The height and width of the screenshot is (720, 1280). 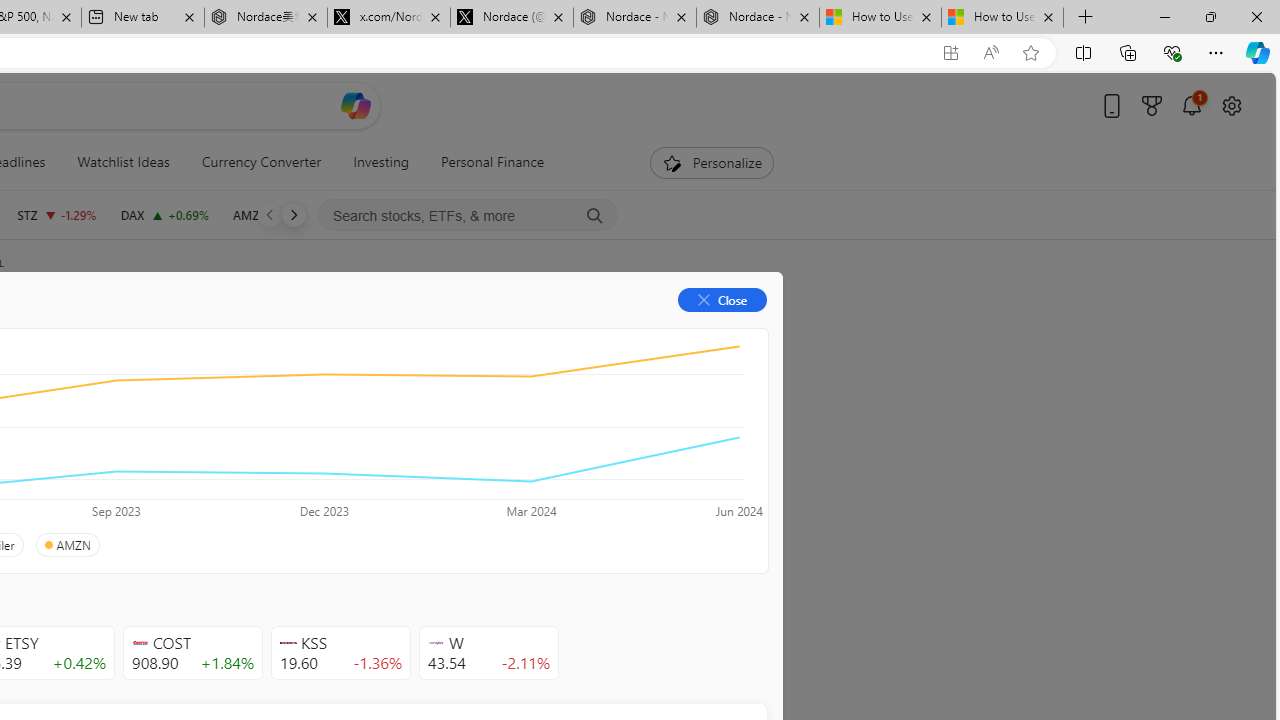 What do you see at coordinates (493, 162) in the screenshot?
I see `'Personal Finance'` at bounding box center [493, 162].